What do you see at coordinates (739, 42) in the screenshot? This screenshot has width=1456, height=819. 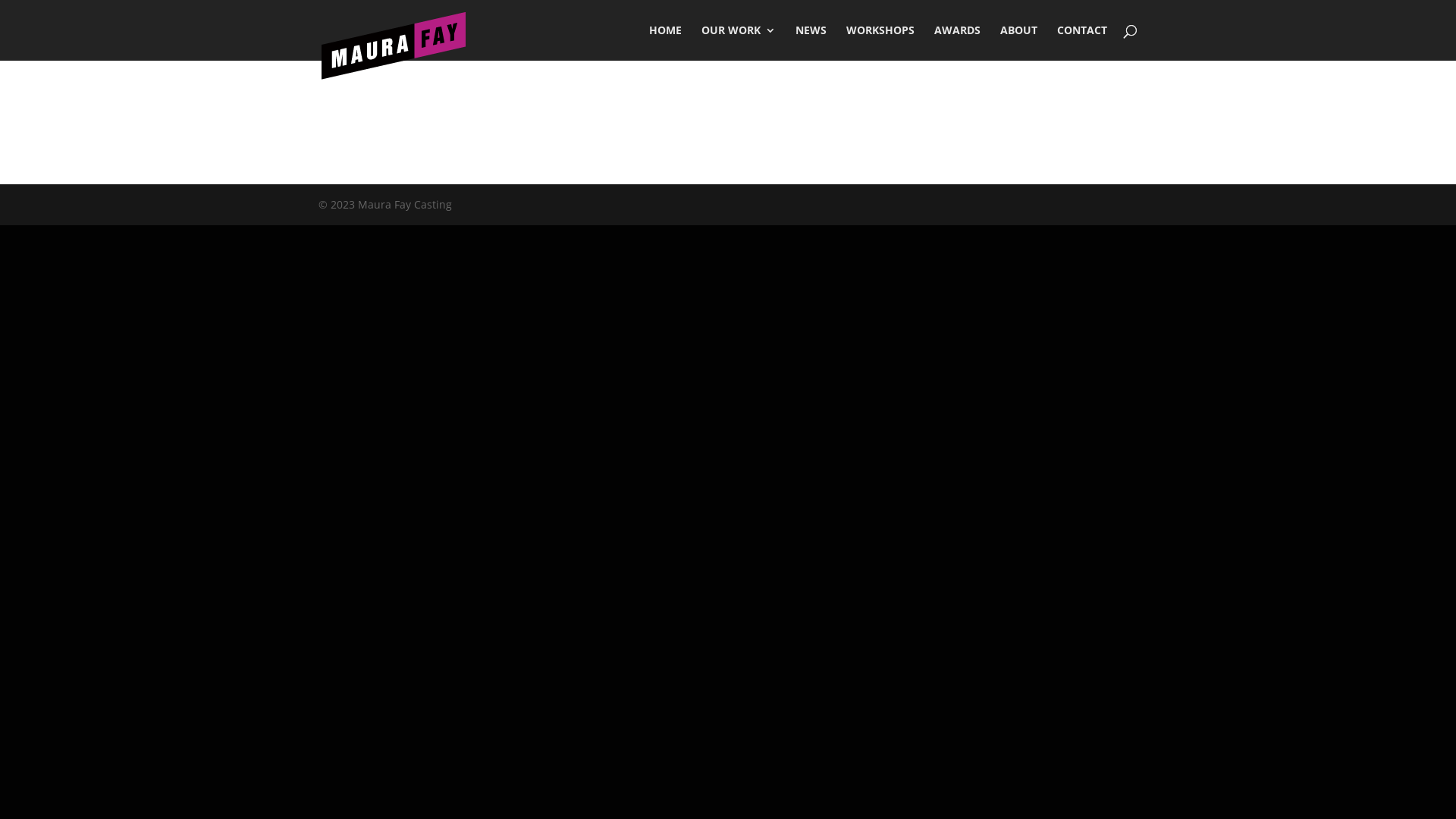 I see `'OUR WORK'` at bounding box center [739, 42].